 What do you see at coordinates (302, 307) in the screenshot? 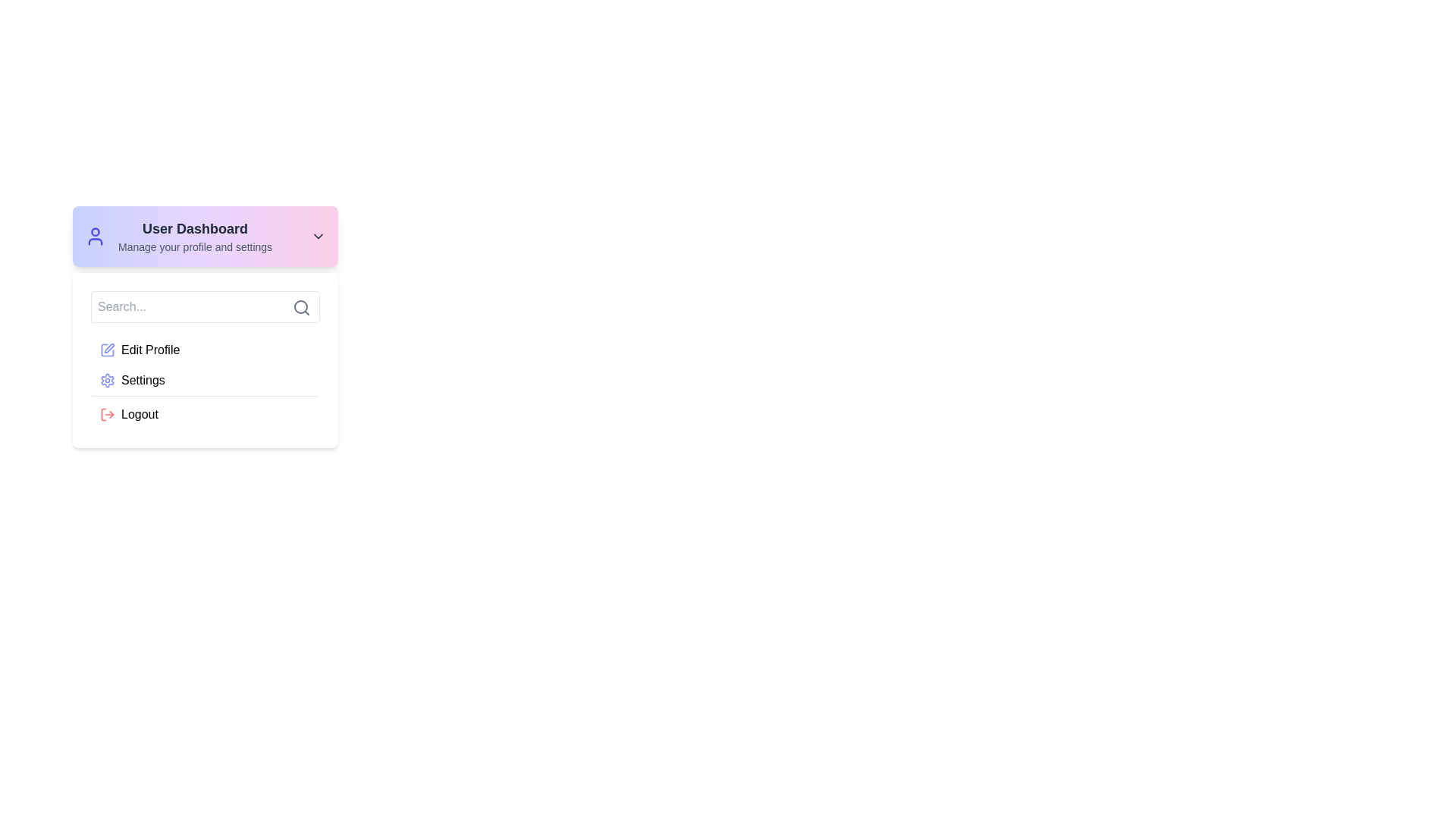
I see `the search functionality icon located at the top-right corner of the search bar, which is below the 'User Dashboard' heading, to observe potential visual feedback` at bounding box center [302, 307].